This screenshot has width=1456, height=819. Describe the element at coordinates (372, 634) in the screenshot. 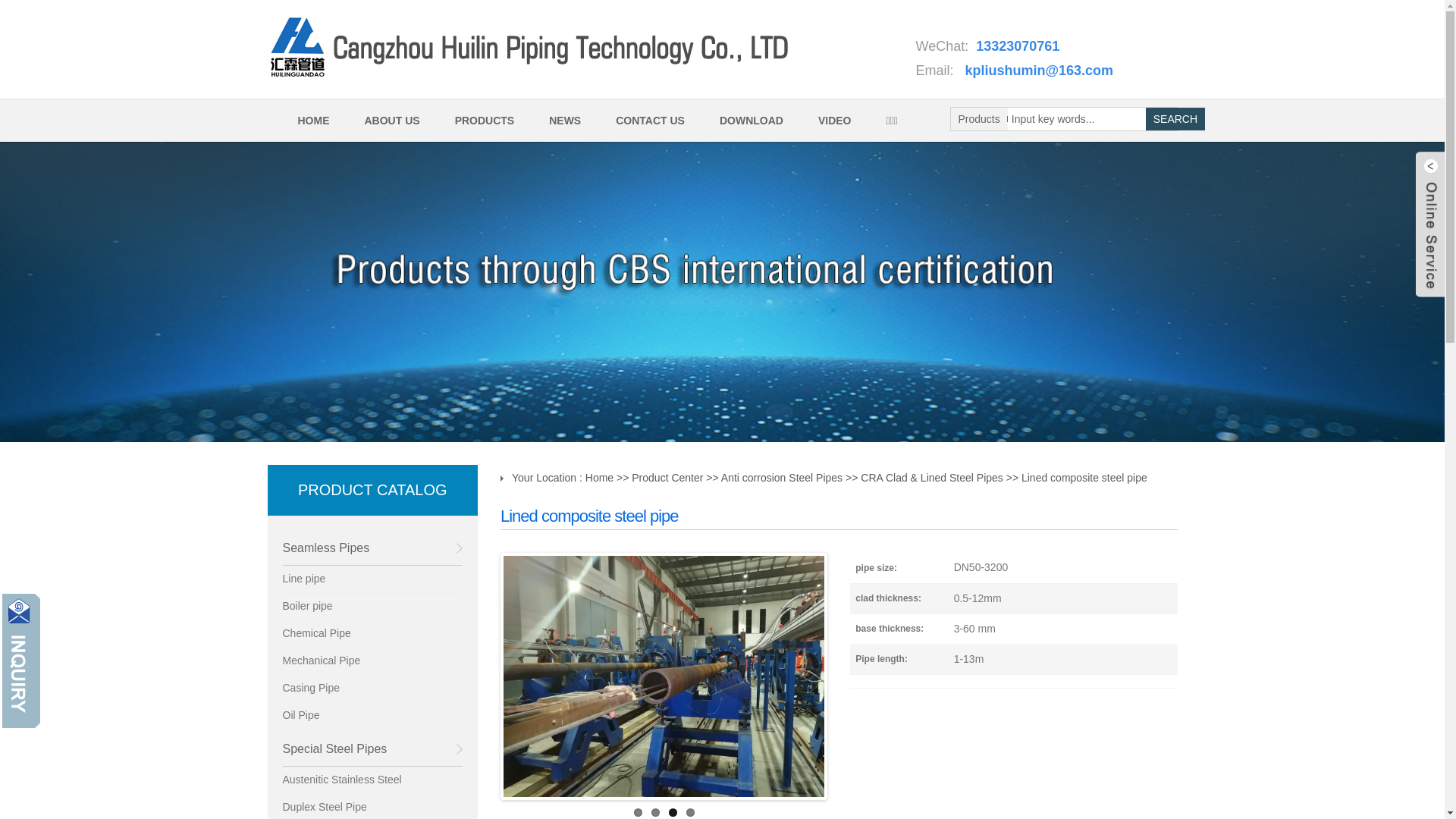

I see `'Chemical Pipe'` at that location.